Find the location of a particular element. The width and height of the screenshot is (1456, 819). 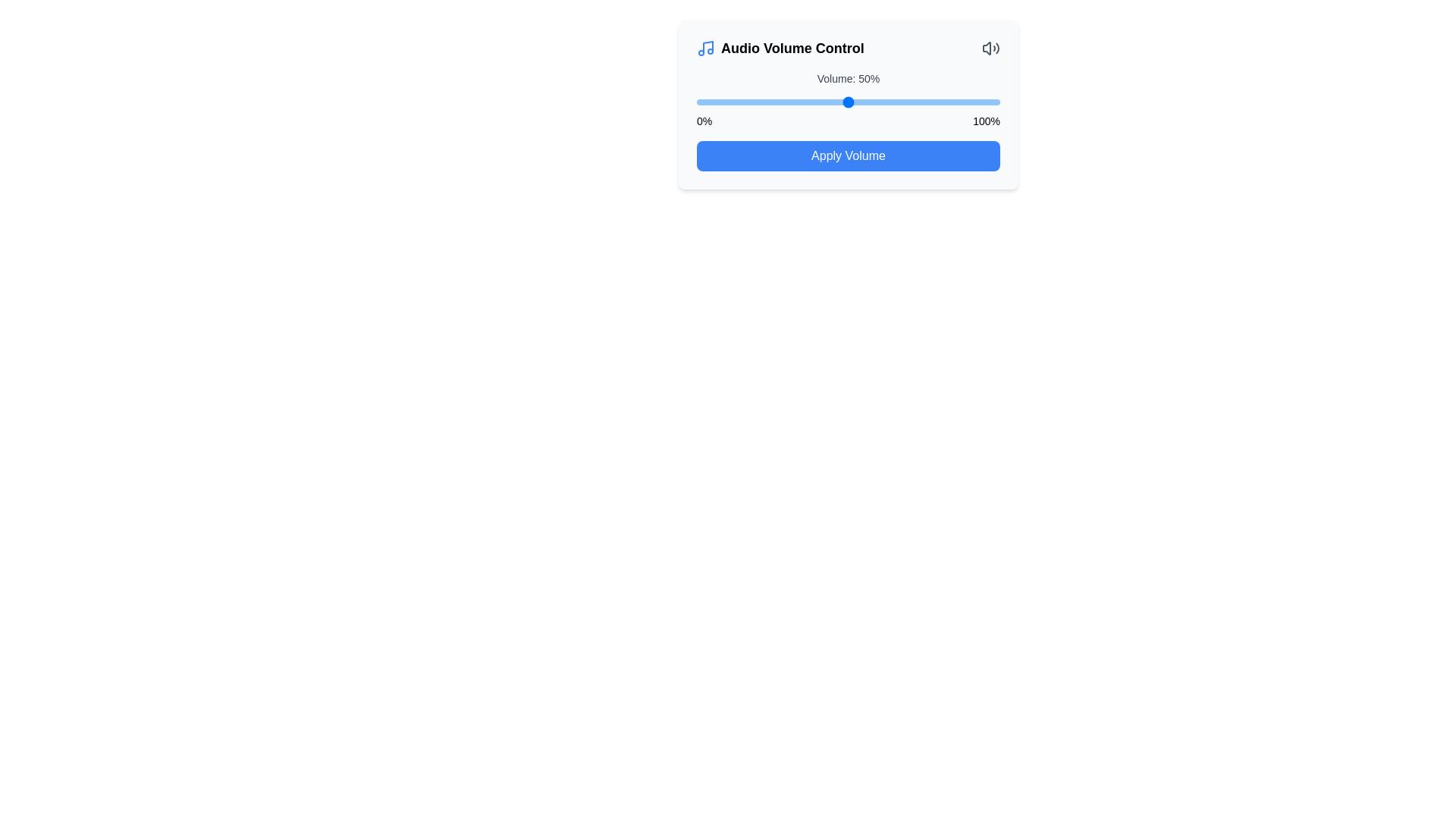

the volume level is located at coordinates (920, 102).